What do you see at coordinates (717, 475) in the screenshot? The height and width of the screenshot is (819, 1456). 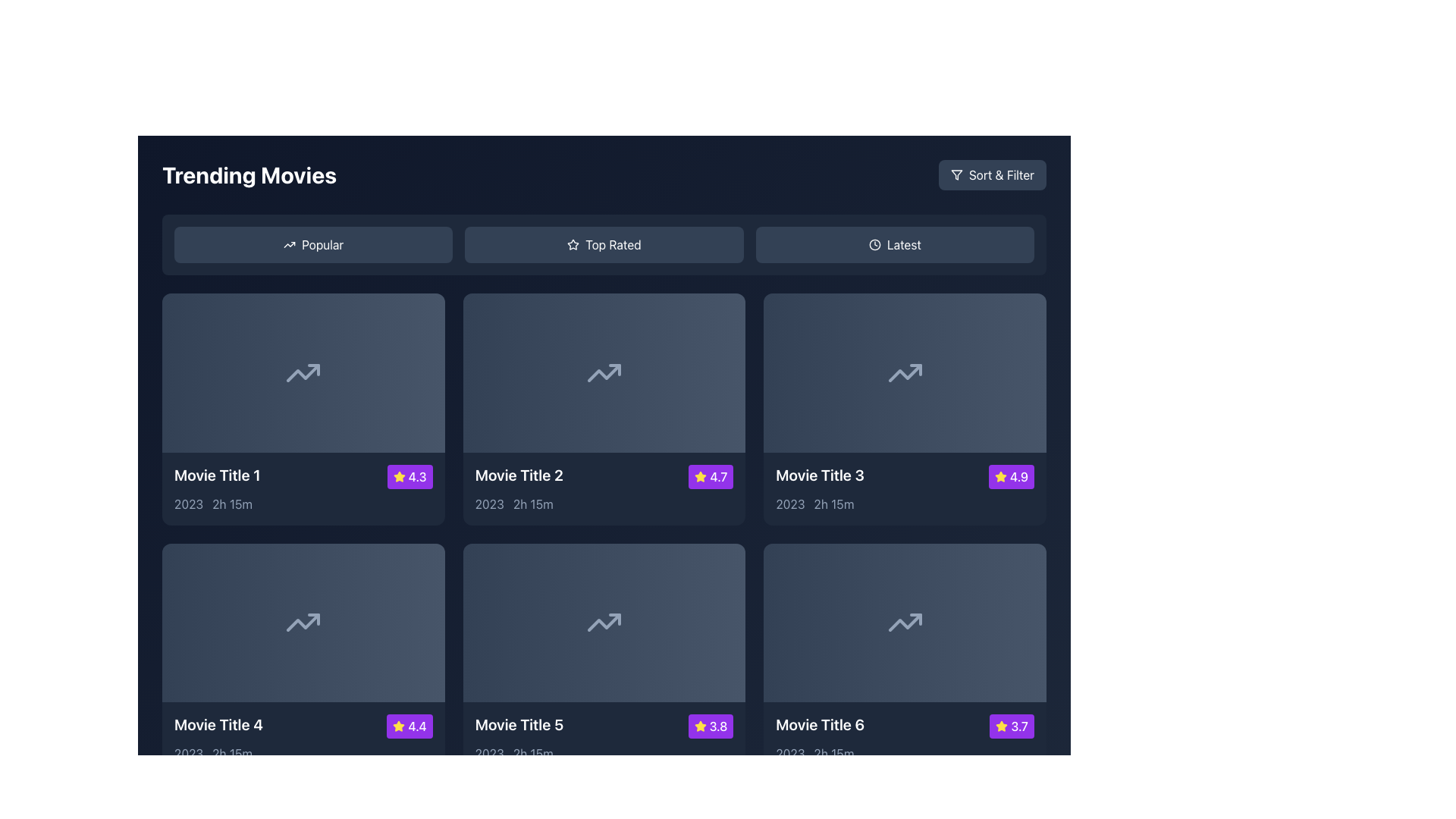 I see `the text label indicating the rating '4.7' for 'Movie Title 2' located in the bottom right corner of the second movie card` at bounding box center [717, 475].